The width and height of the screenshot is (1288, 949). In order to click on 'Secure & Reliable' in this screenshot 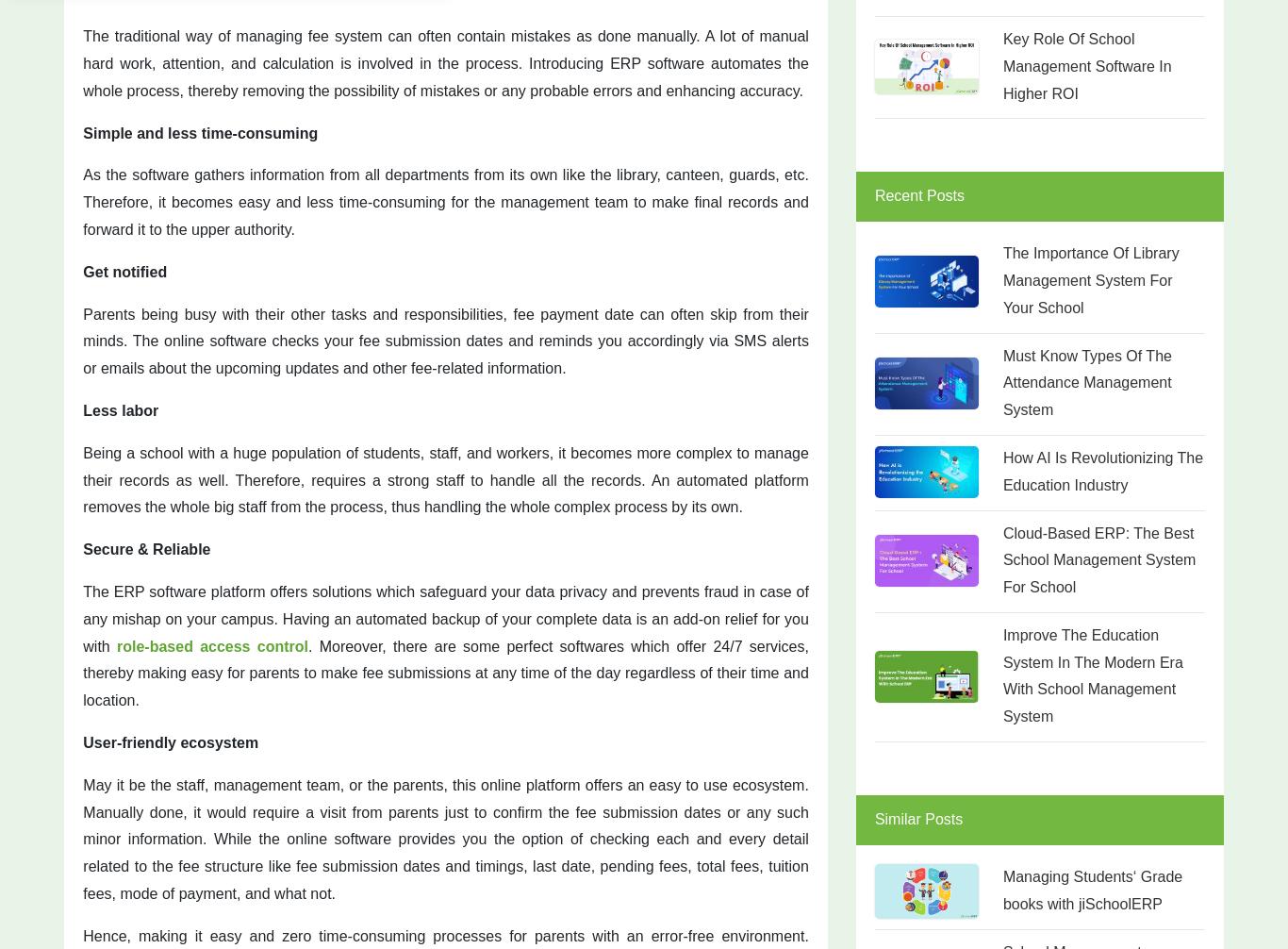, I will do `click(82, 549)`.